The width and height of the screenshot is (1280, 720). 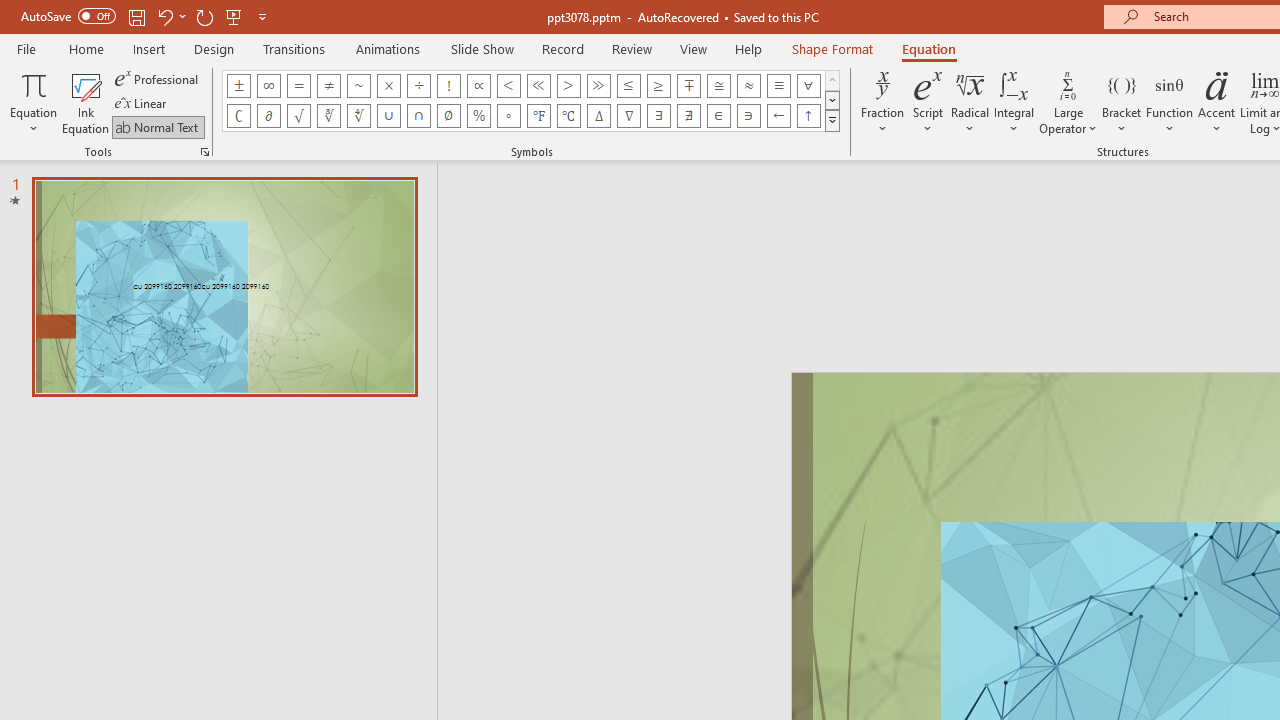 What do you see at coordinates (33, 103) in the screenshot?
I see `'Equation'` at bounding box center [33, 103].